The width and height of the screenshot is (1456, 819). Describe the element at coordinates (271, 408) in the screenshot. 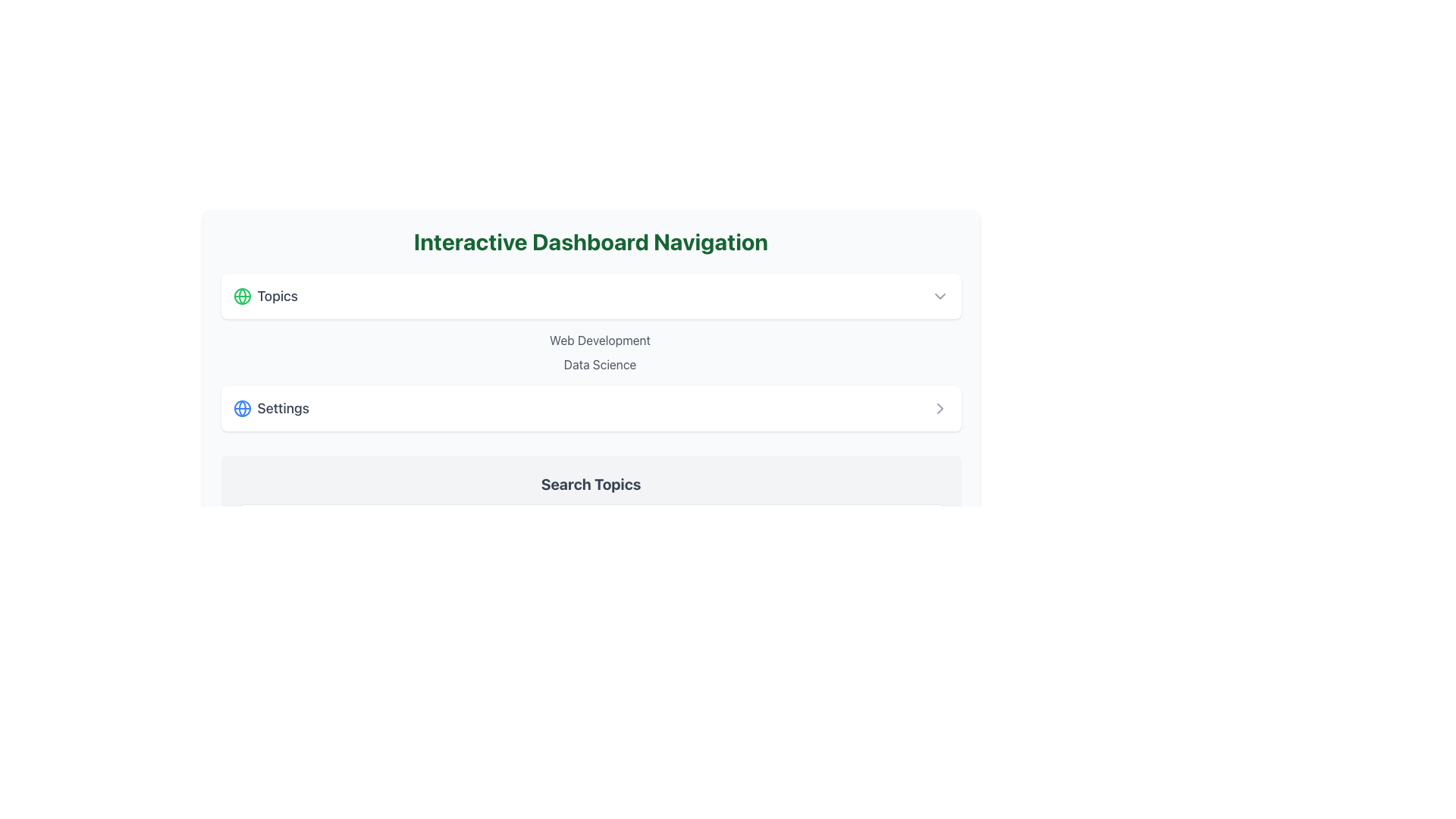

I see `the 'Settings' text label, which is styled in medium gray and positioned to the right of a blue globe icon` at that location.